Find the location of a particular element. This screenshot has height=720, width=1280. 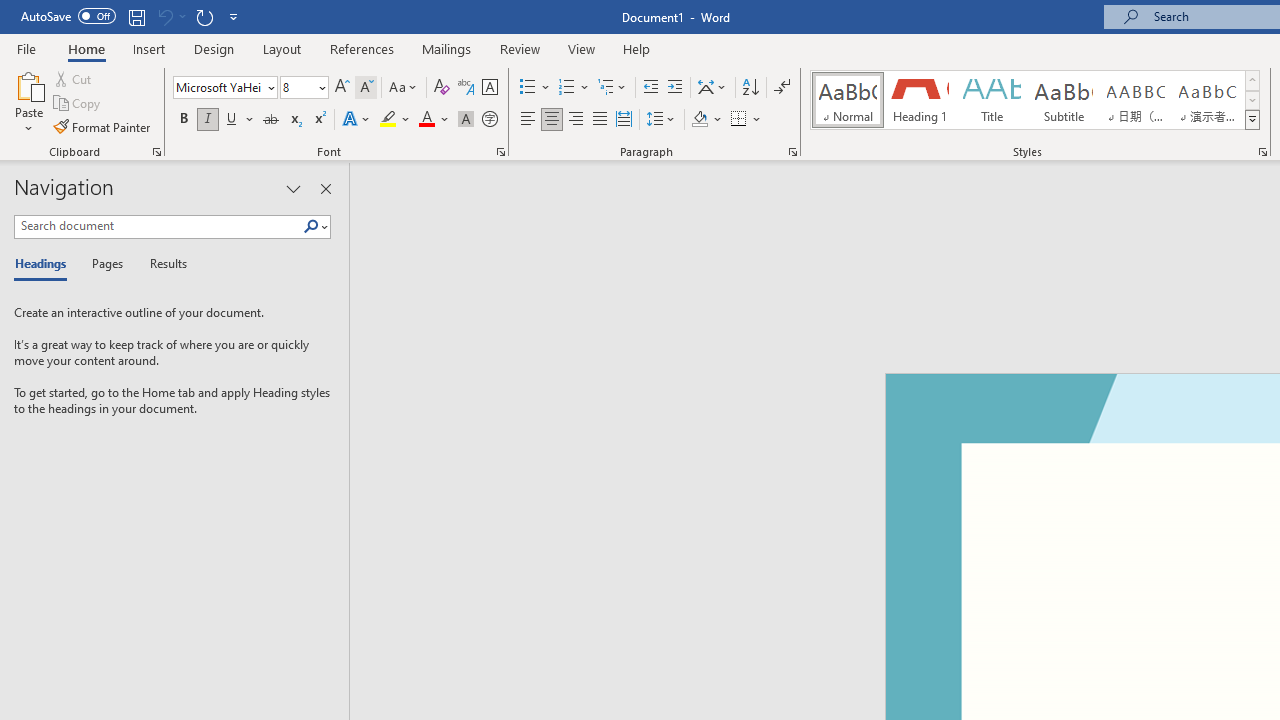

'Change Case' is located at coordinates (403, 86).